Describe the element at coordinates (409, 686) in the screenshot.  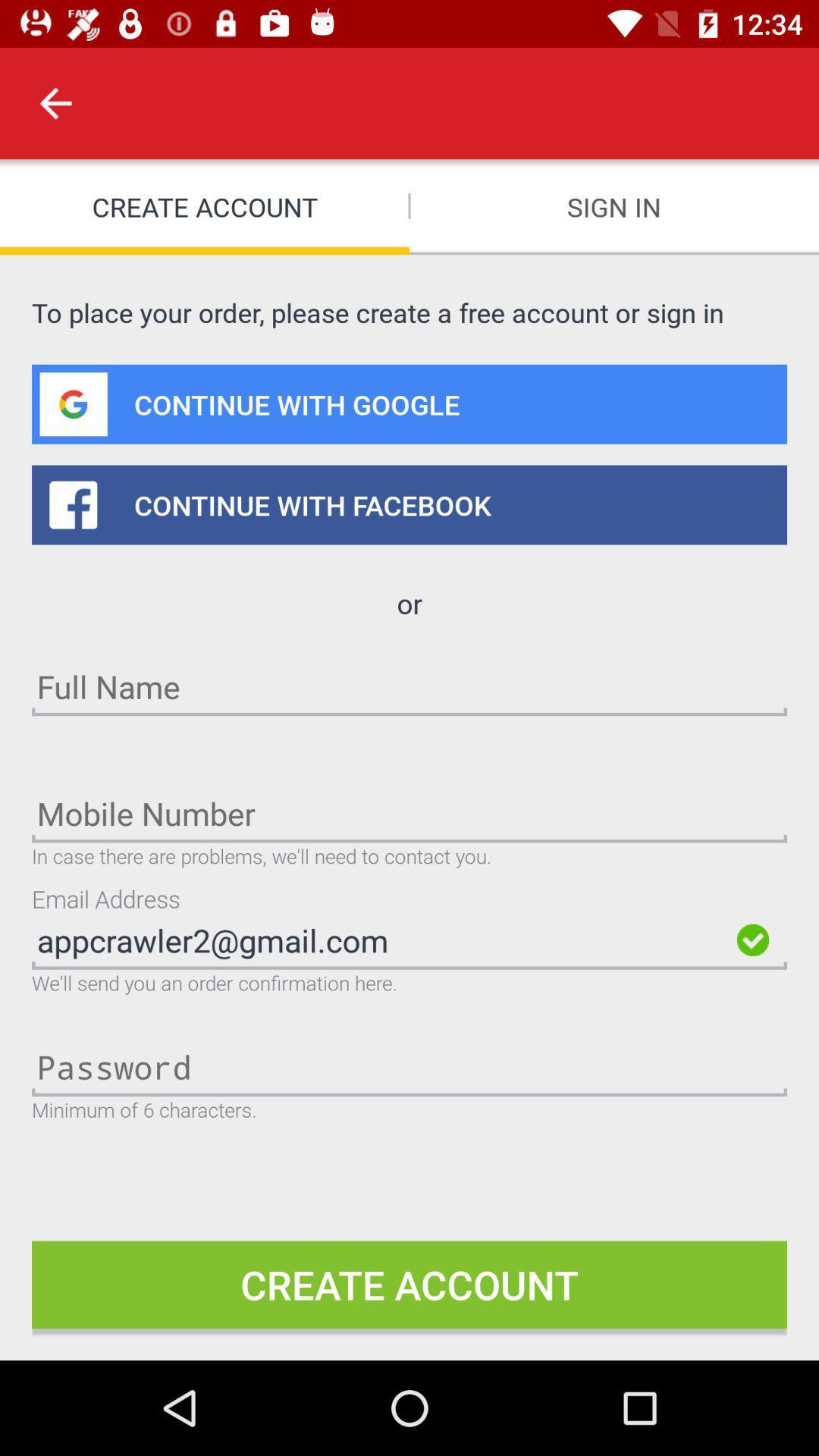
I see `type full name` at that location.